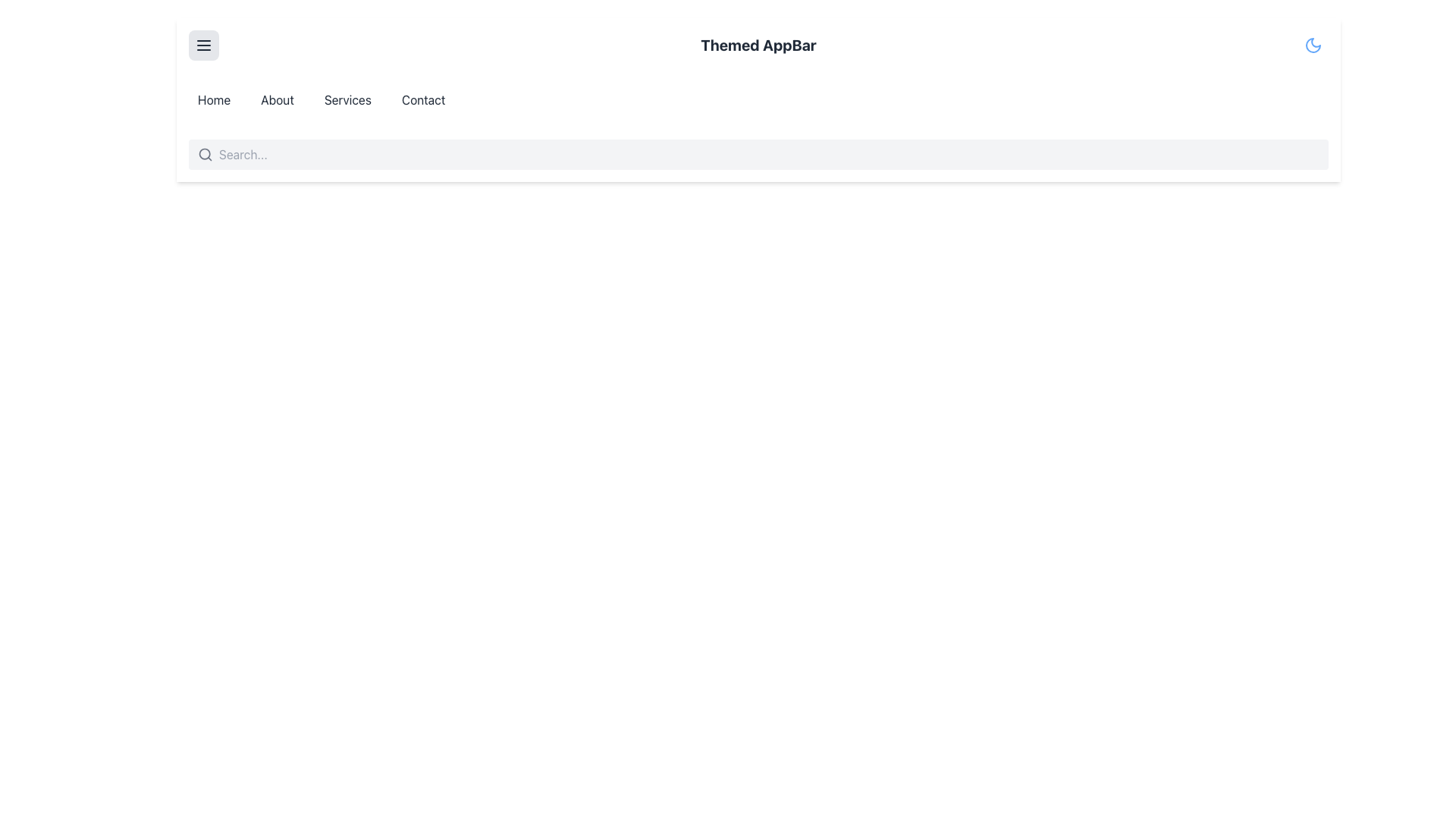  I want to click on the theme toggler button located at the far right of the app bar, so click(1313, 45).